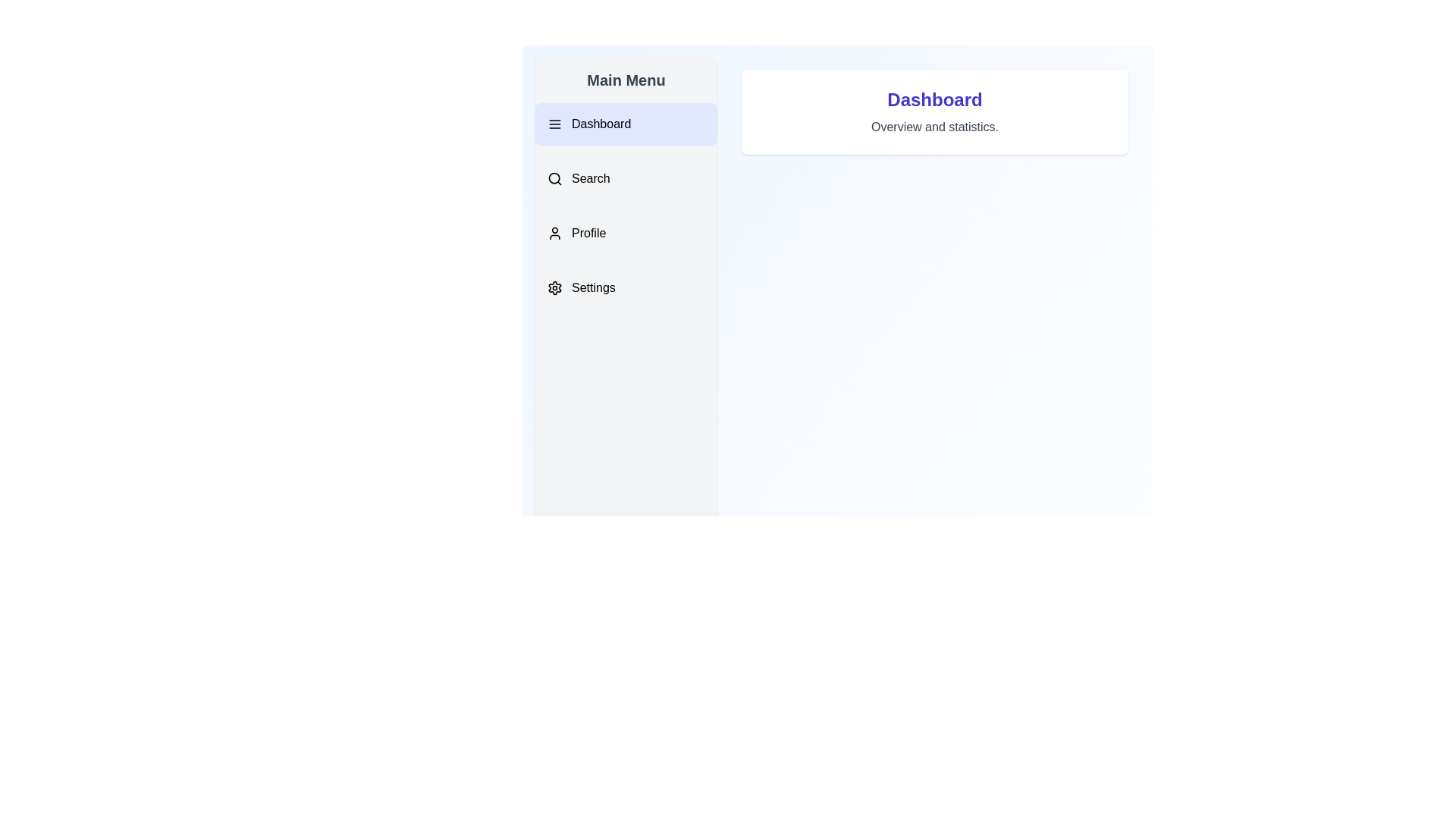 This screenshot has width=1456, height=819. What do you see at coordinates (626, 124) in the screenshot?
I see `the menu item Dashboard to display its associated content` at bounding box center [626, 124].